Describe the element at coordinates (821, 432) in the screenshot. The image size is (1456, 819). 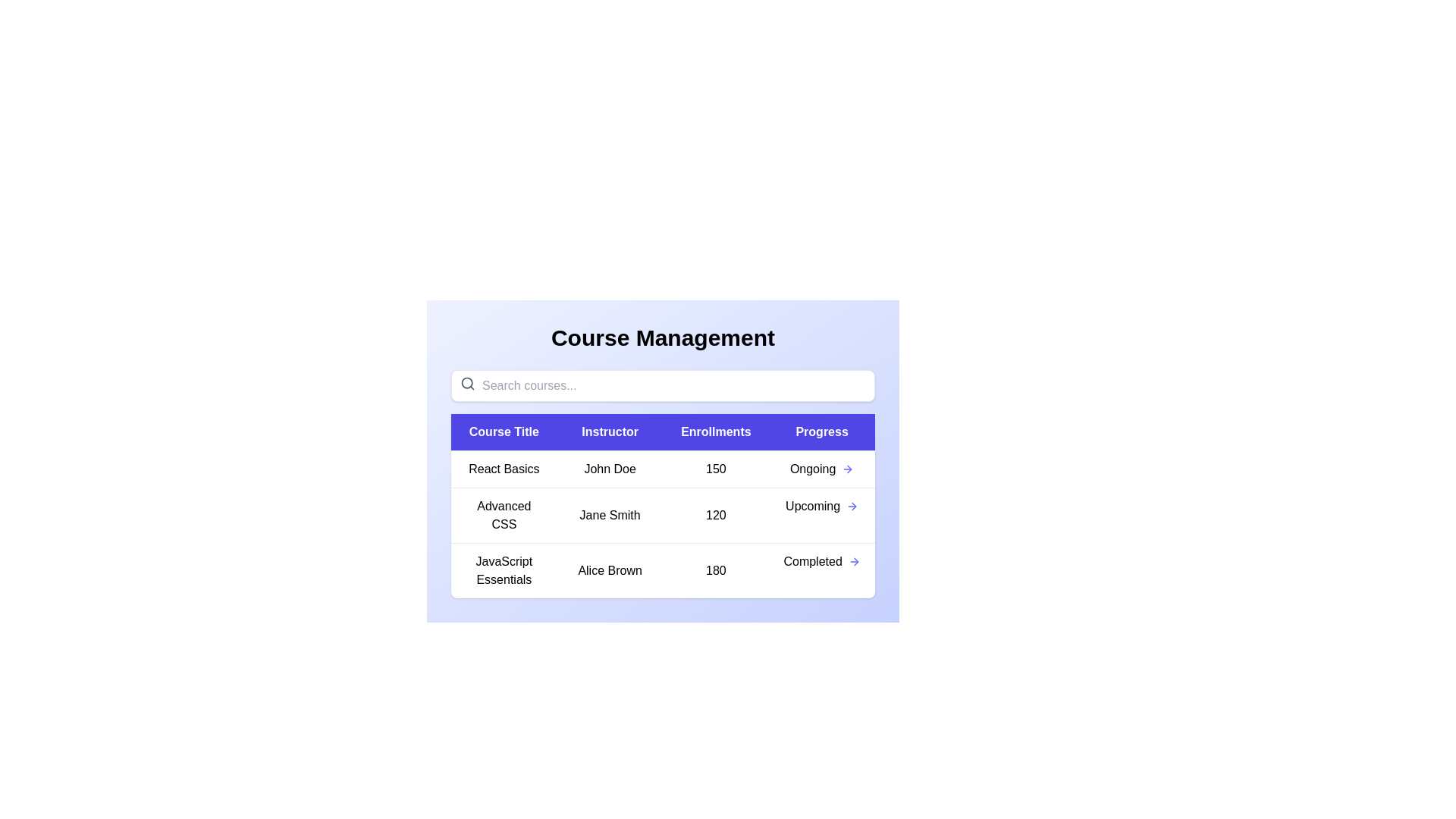
I see `the column header Progress to sort or filter the courses` at that location.